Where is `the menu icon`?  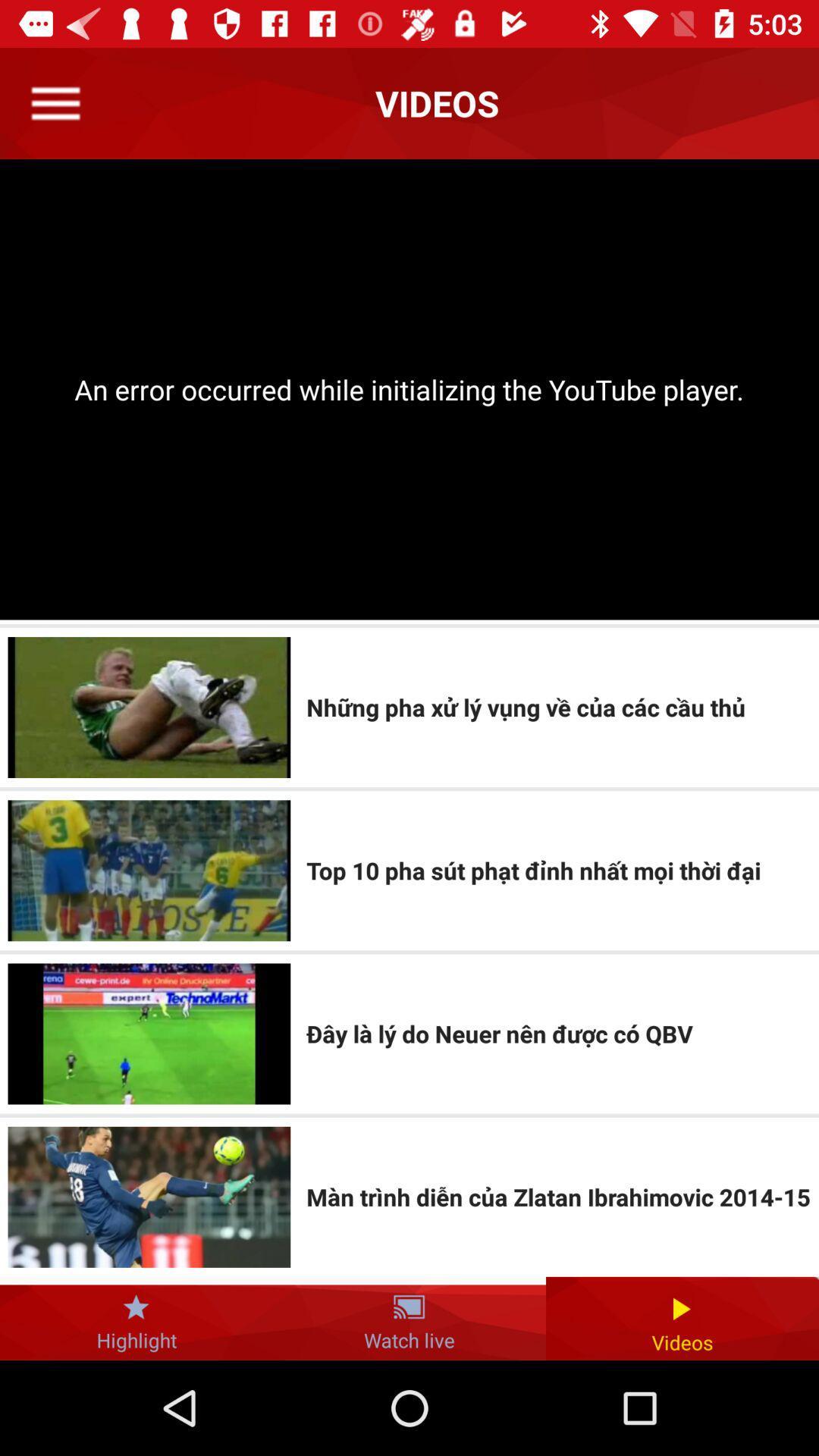 the menu icon is located at coordinates (55, 102).